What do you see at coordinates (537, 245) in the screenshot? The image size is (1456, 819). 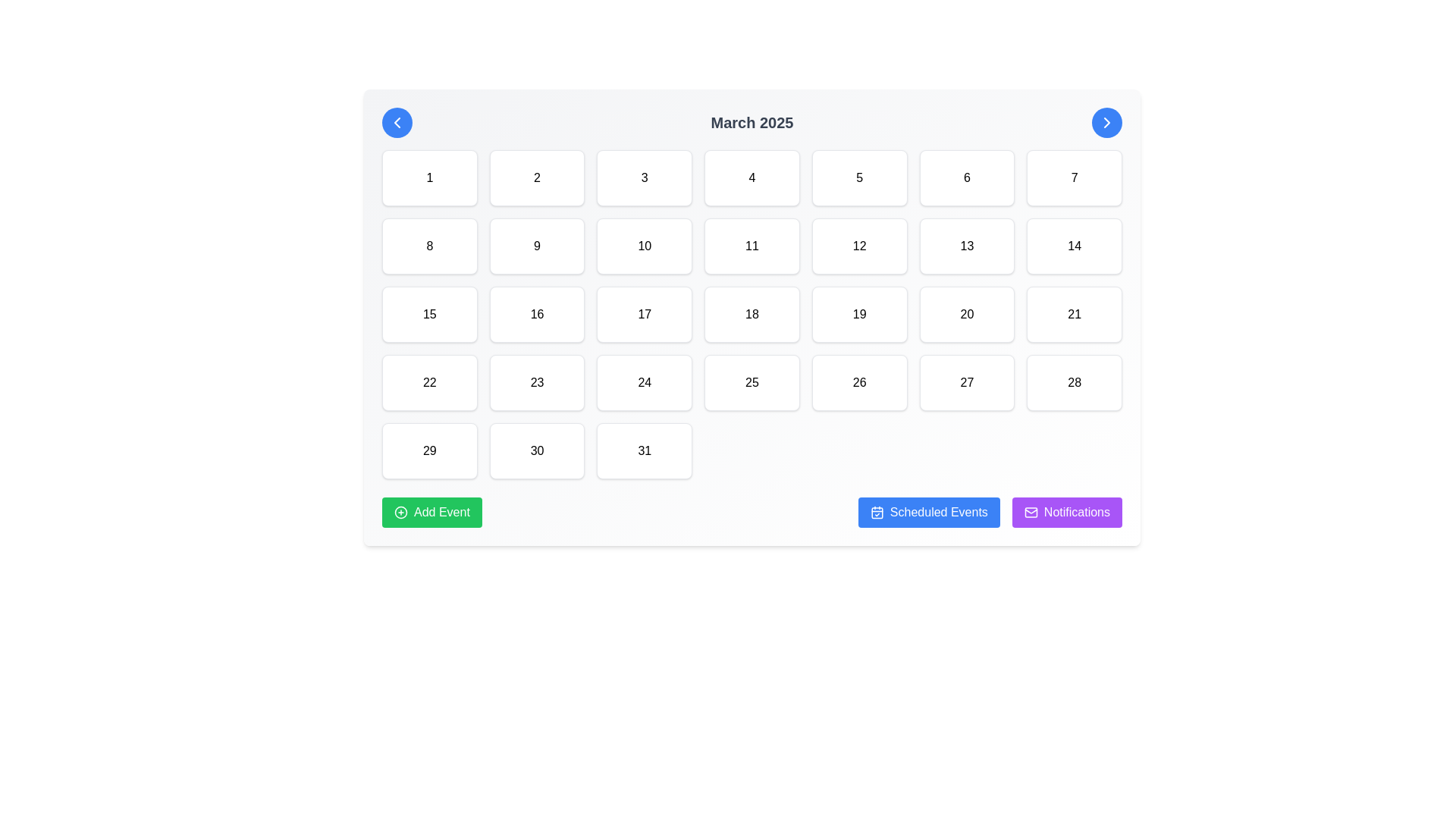 I see `the calendar date box displaying the numeral '9', which is styled with a white background and black numeral, located in the second row, second column of the March 2025 grid` at bounding box center [537, 245].